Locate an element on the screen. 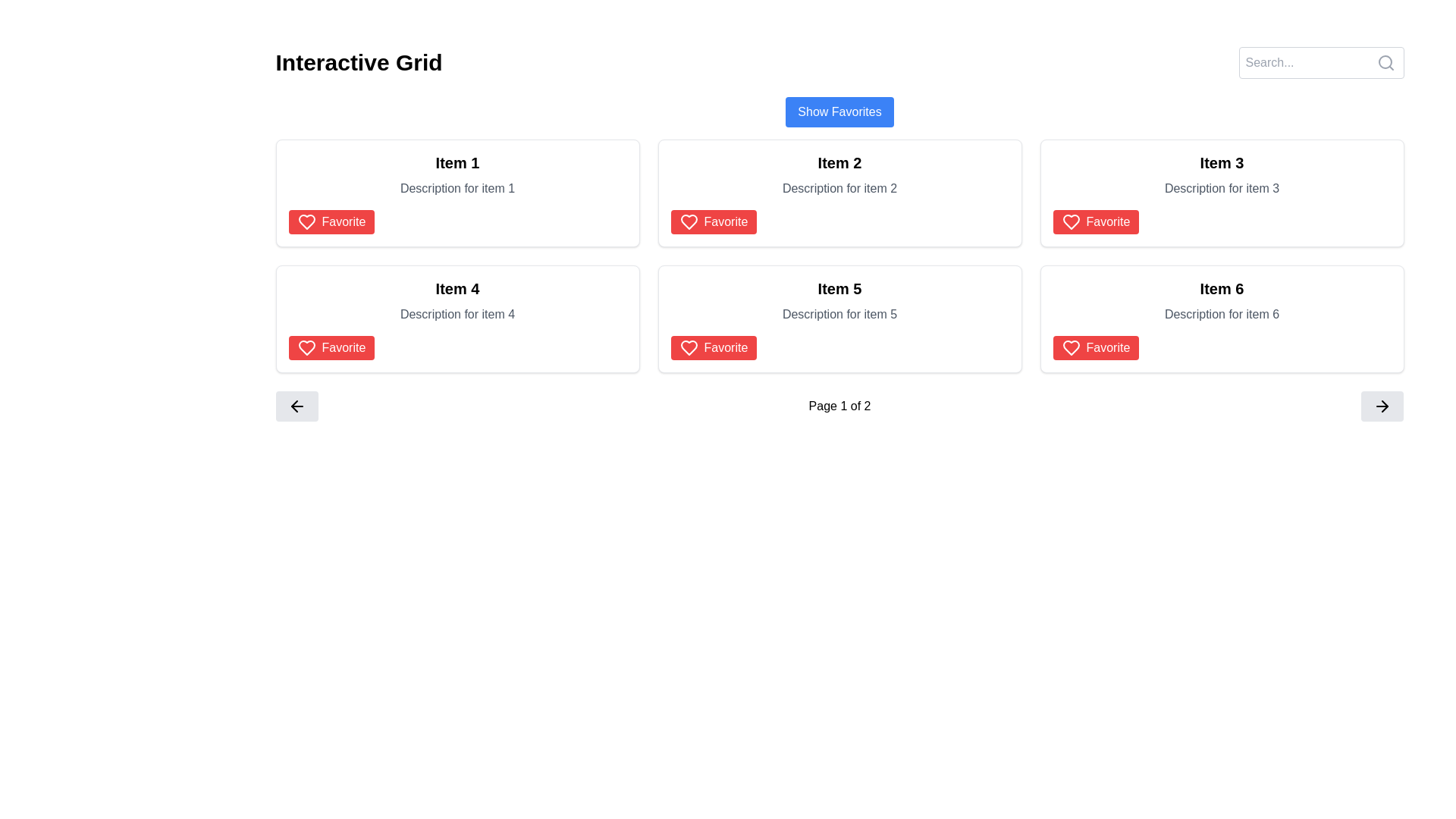 The width and height of the screenshot is (1456, 819). the left-pointing arrow icon with a black outline located within a small rounded rectangular button at the bottom left corner of the layout to potentially display a tooltip is located at coordinates (297, 406).